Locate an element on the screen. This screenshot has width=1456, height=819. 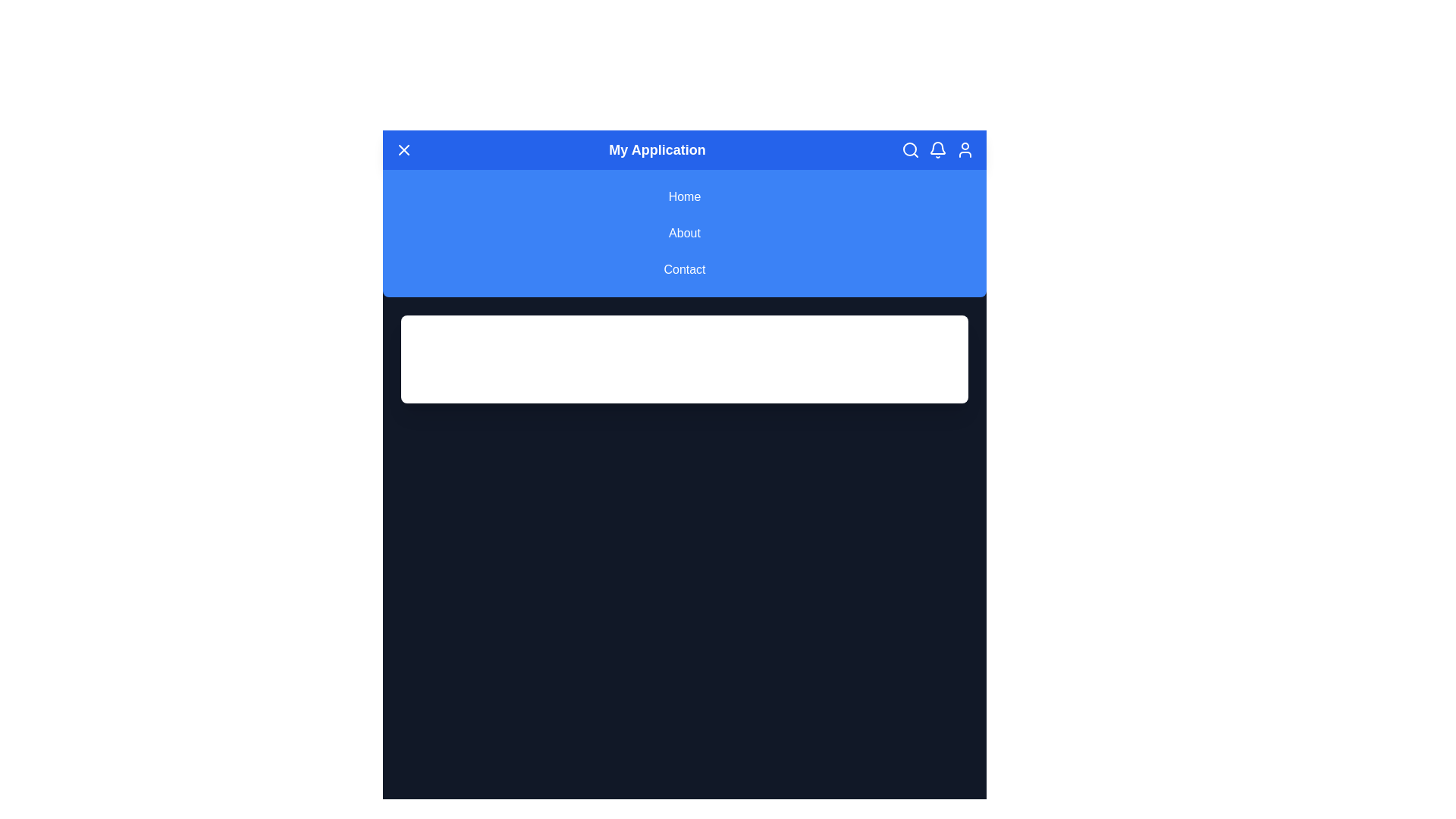
the navigation link Contact is located at coordinates (683, 268).